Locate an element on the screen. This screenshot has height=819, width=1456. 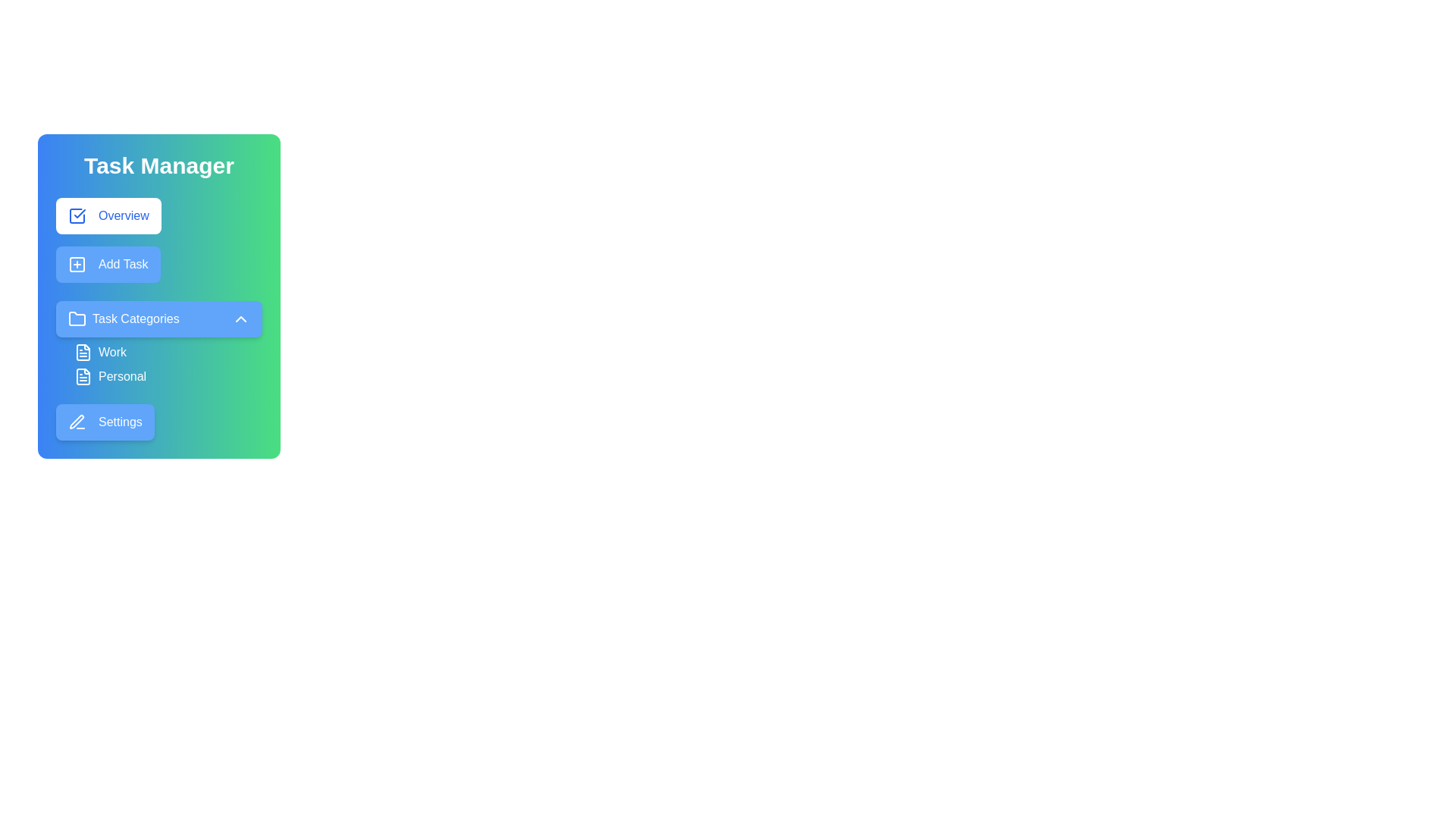
the 'Overview' button located in the left sidebar panel of the 'Task Manager' is located at coordinates (108, 216).